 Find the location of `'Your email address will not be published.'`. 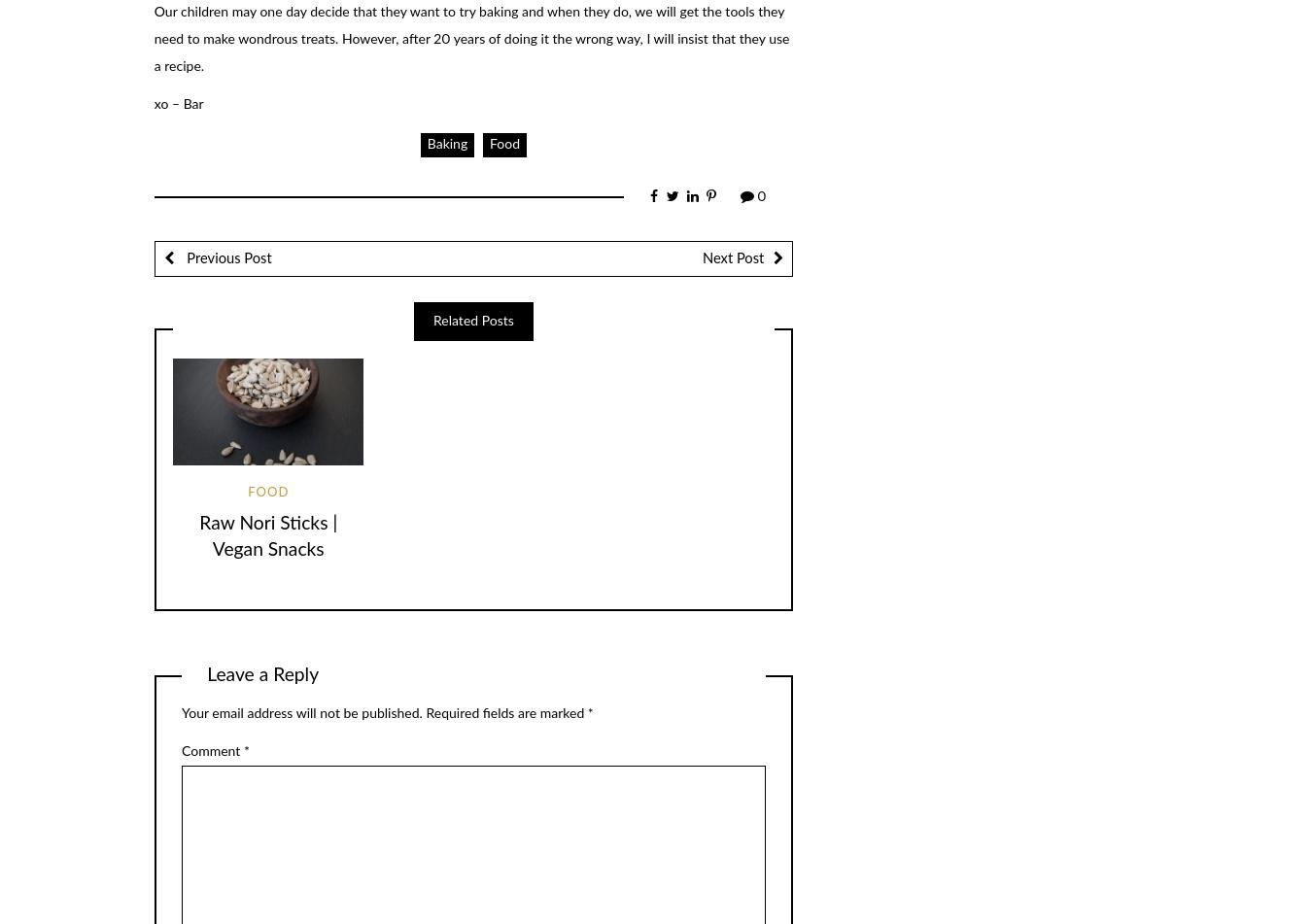

'Your email address will not be published.' is located at coordinates (300, 713).